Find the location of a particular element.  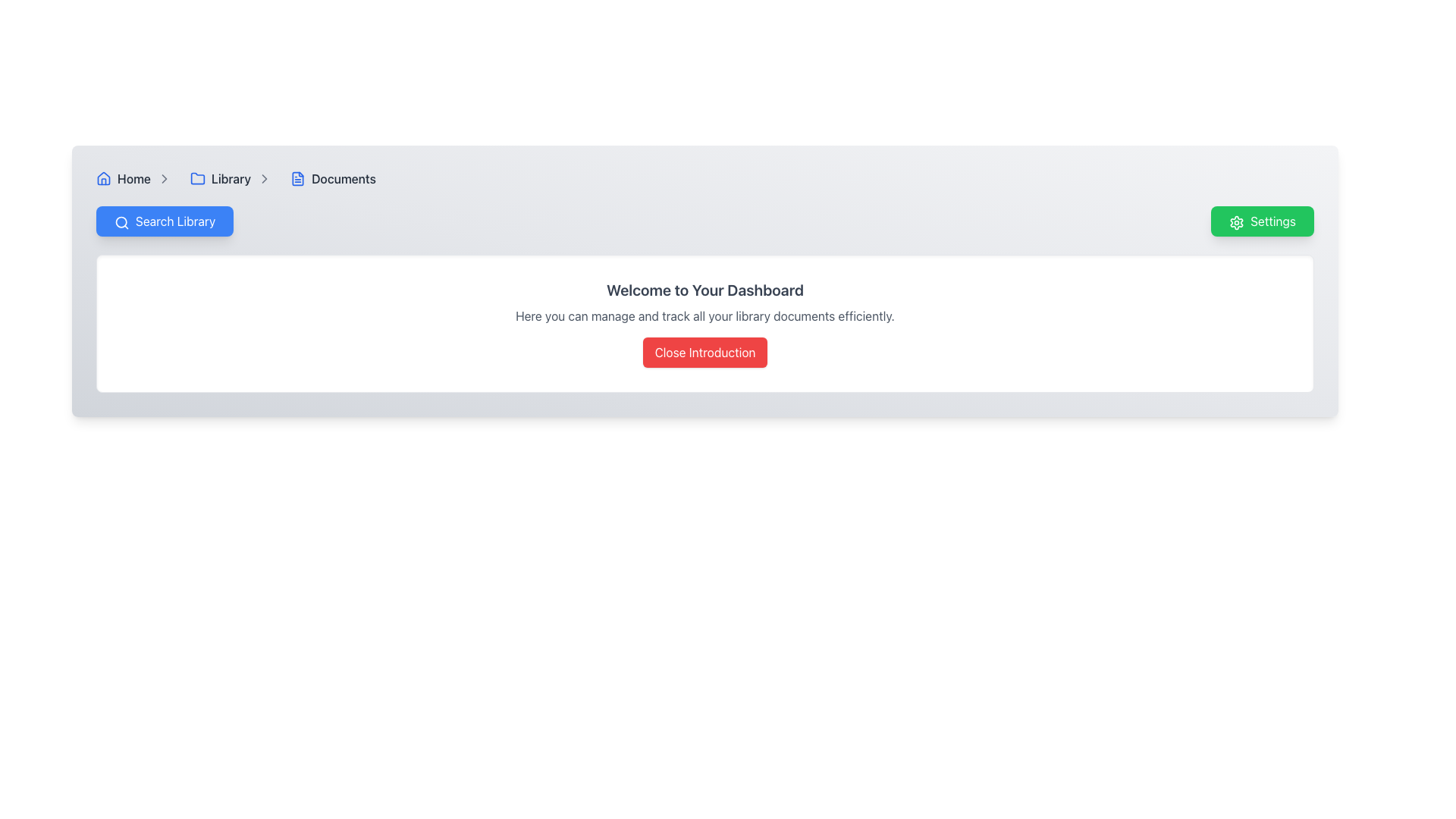

the 'Search Library' button with a blue background and white text is located at coordinates (165, 221).